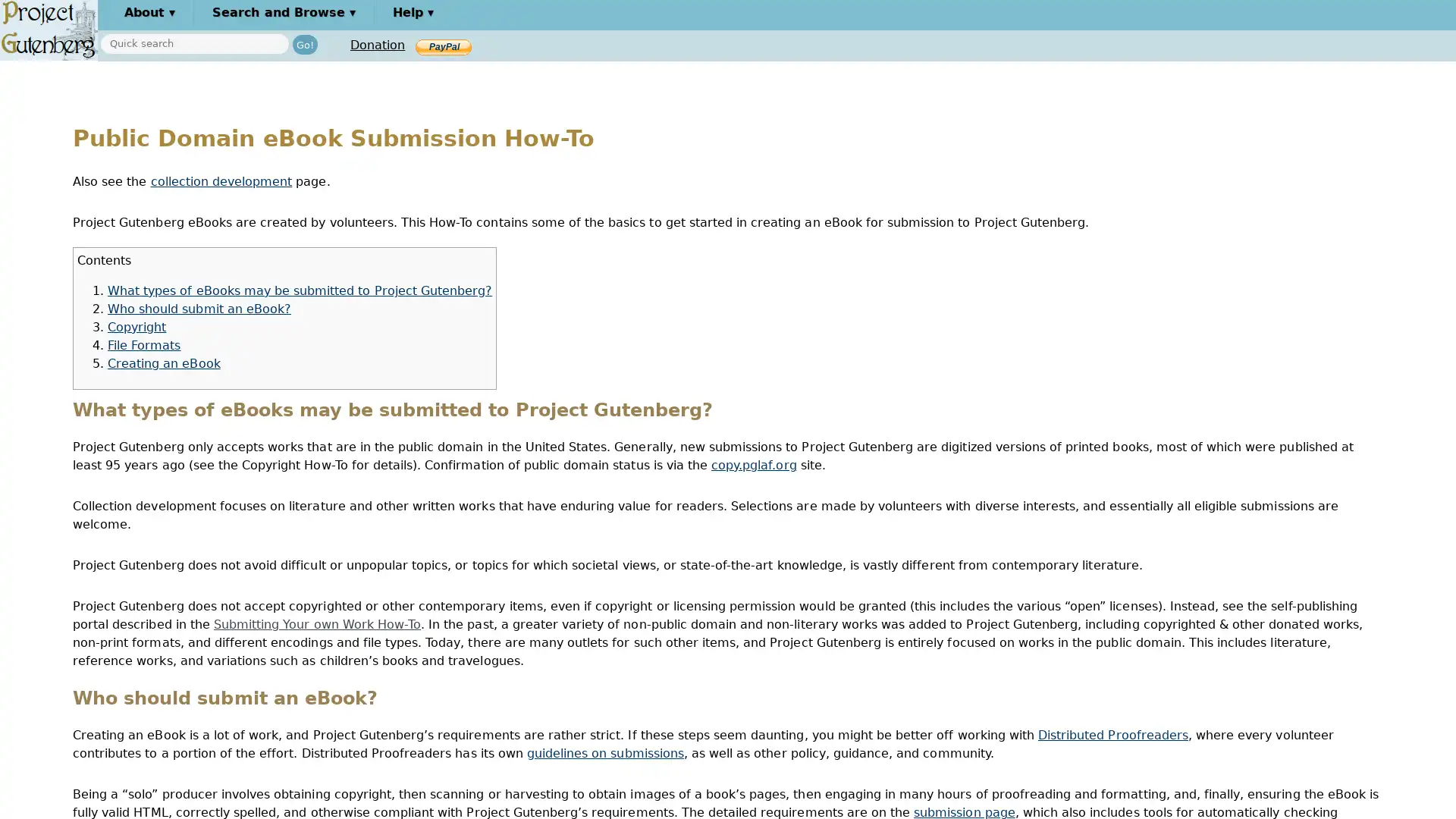 The image size is (1456, 819). What do you see at coordinates (443, 45) in the screenshot?
I see `Donate via PayPal` at bounding box center [443, 45].